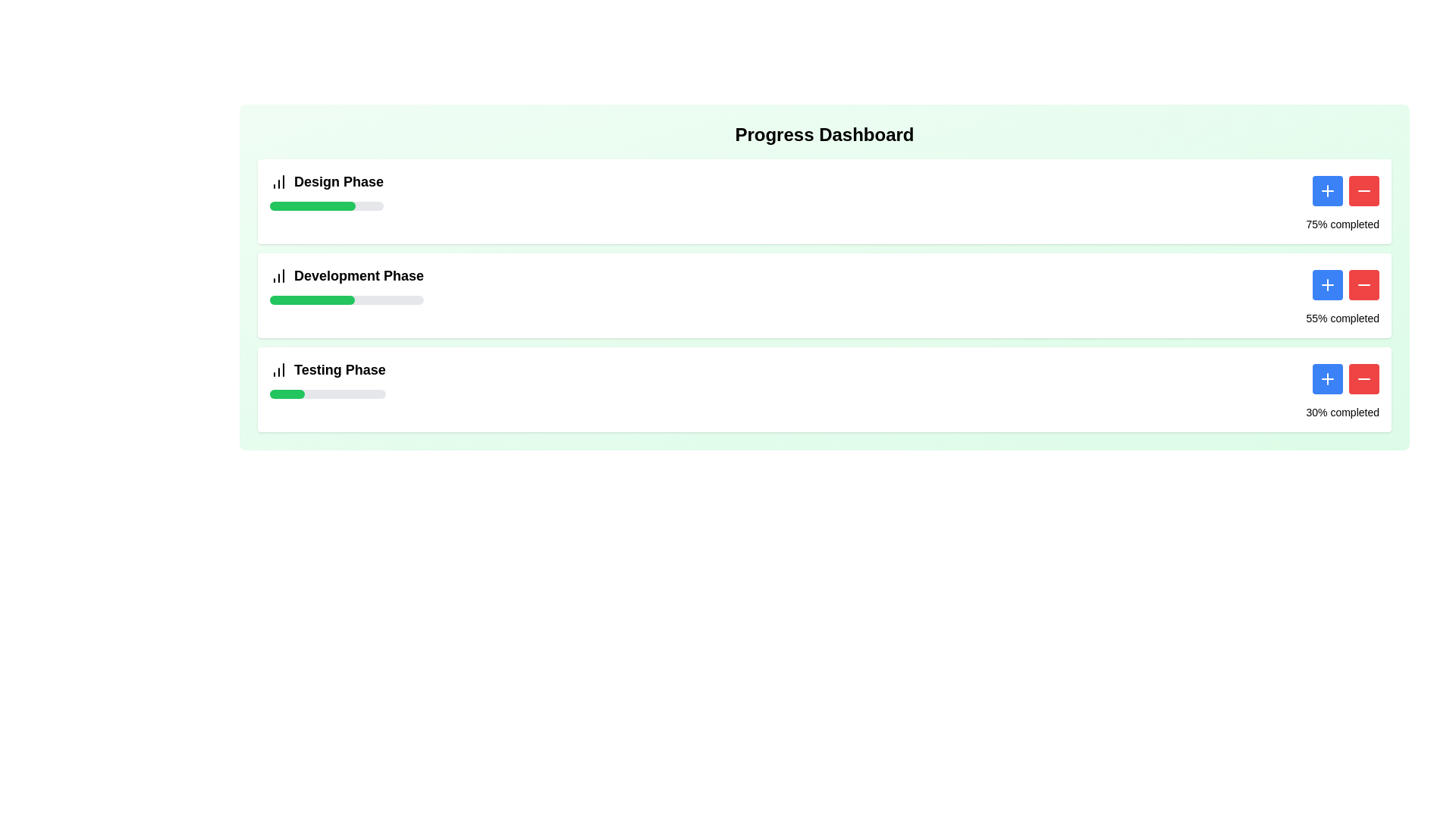 The width and height of the screenshot is (1456, 819). I want to click on the minus ('-') icon button with a red background located in the bottom-right corner of the 'Testing Phase' section, so click(1364, 378).